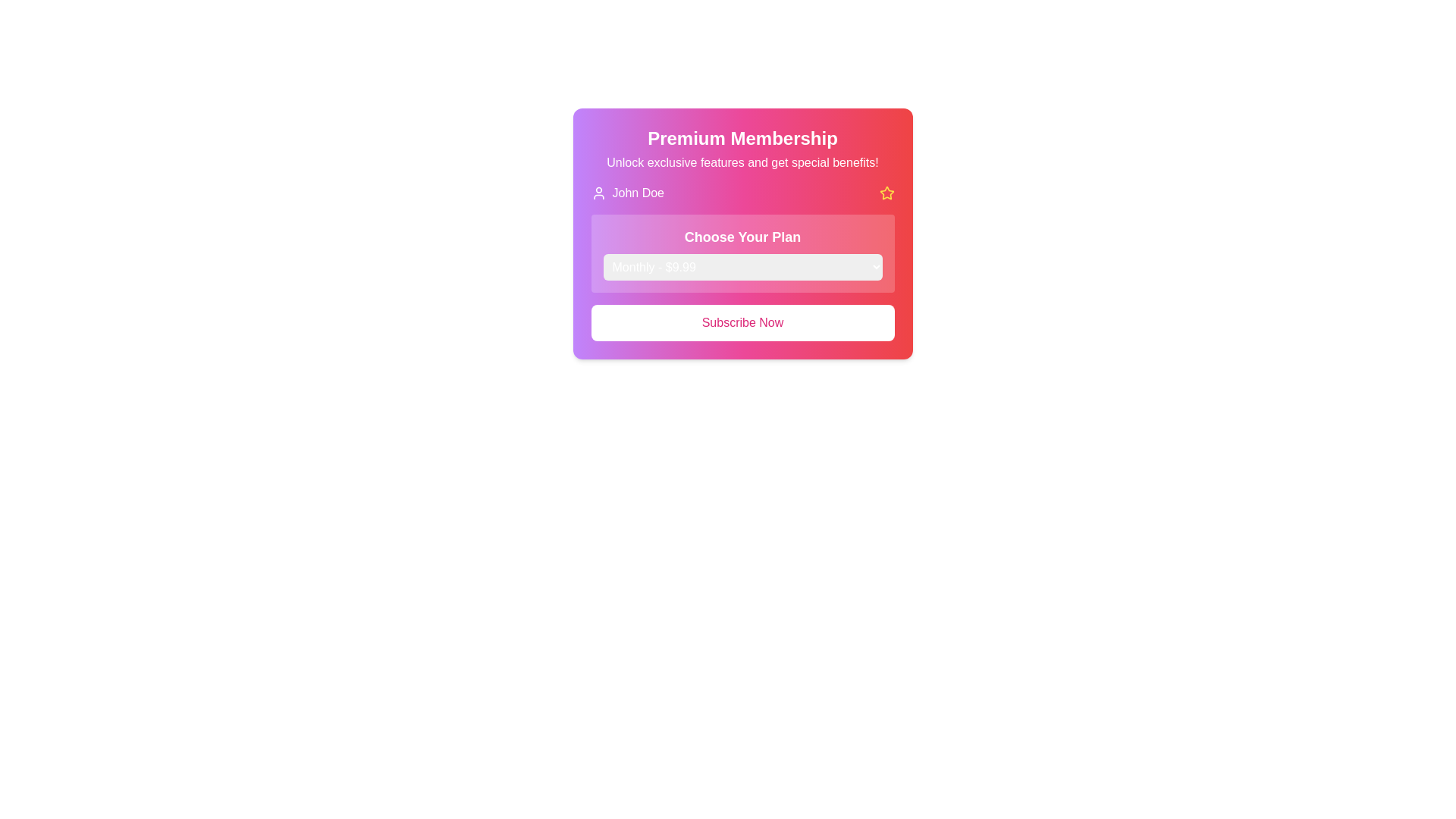  What do you see at coordinates (886, 192) in the screenshot?
I see `the yellow star icon with a hollow center, located to the right of the user name 'John Doe' within the card-like interface` at bounding box center [886, 192].